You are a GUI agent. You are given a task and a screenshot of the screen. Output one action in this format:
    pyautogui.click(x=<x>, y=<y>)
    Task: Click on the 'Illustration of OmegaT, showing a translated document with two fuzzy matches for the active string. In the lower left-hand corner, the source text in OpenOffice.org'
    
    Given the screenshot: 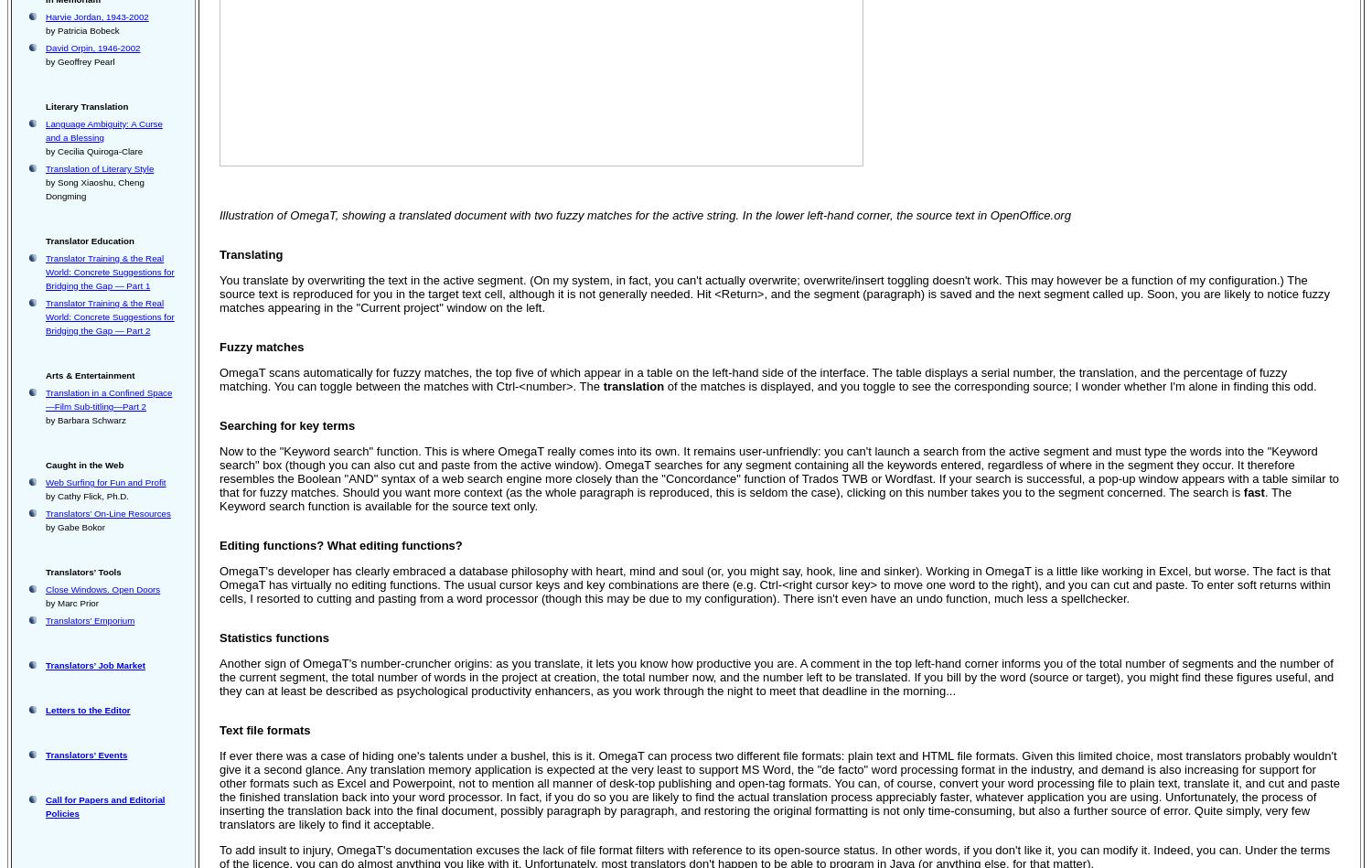 What is the action you would take?
    pyautogui.click(x=644, y=214)
    